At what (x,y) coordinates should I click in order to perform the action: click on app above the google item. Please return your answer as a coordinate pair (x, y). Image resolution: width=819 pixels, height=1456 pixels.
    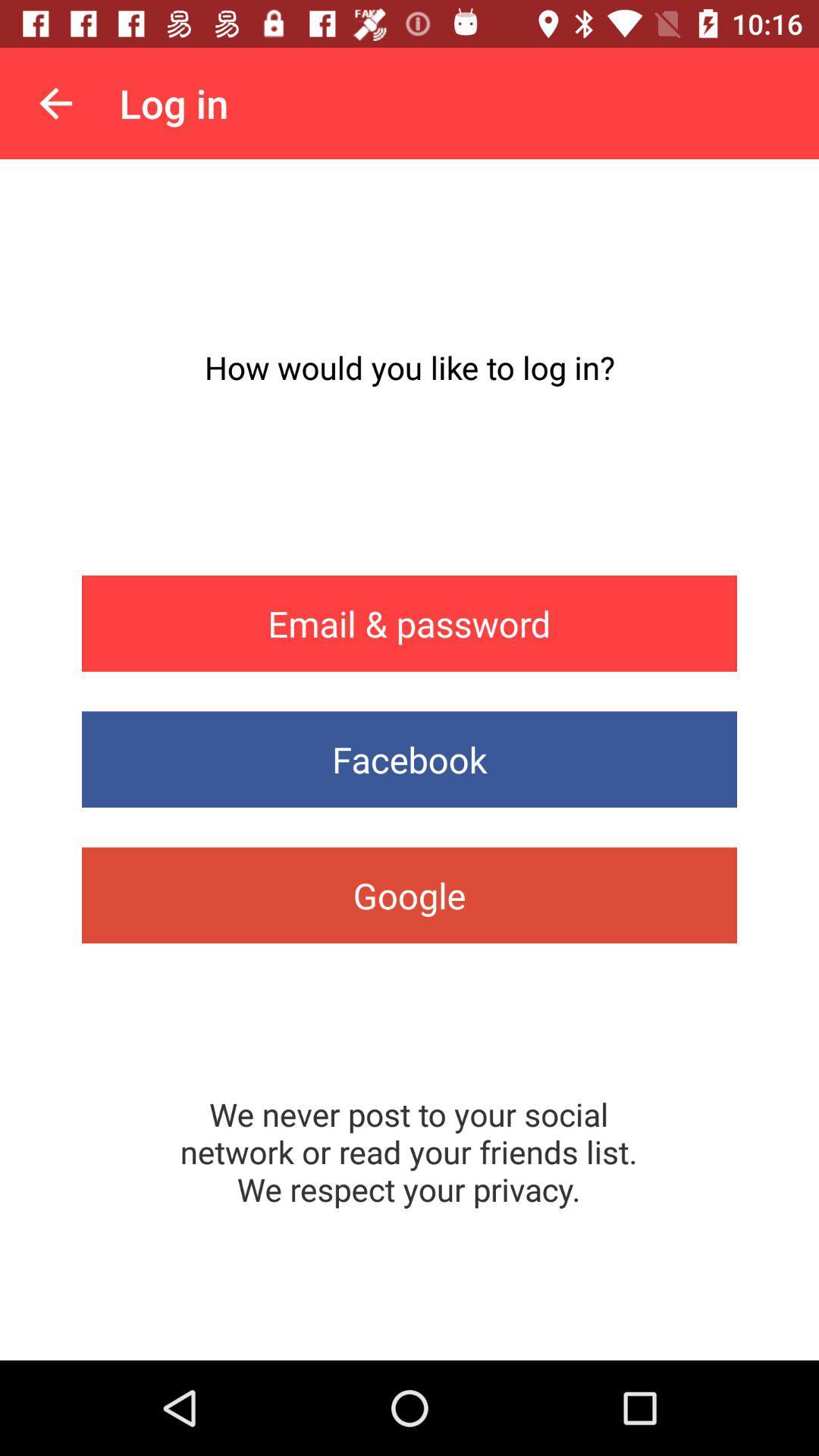
    Looking at the image, I should click on (409, 759).